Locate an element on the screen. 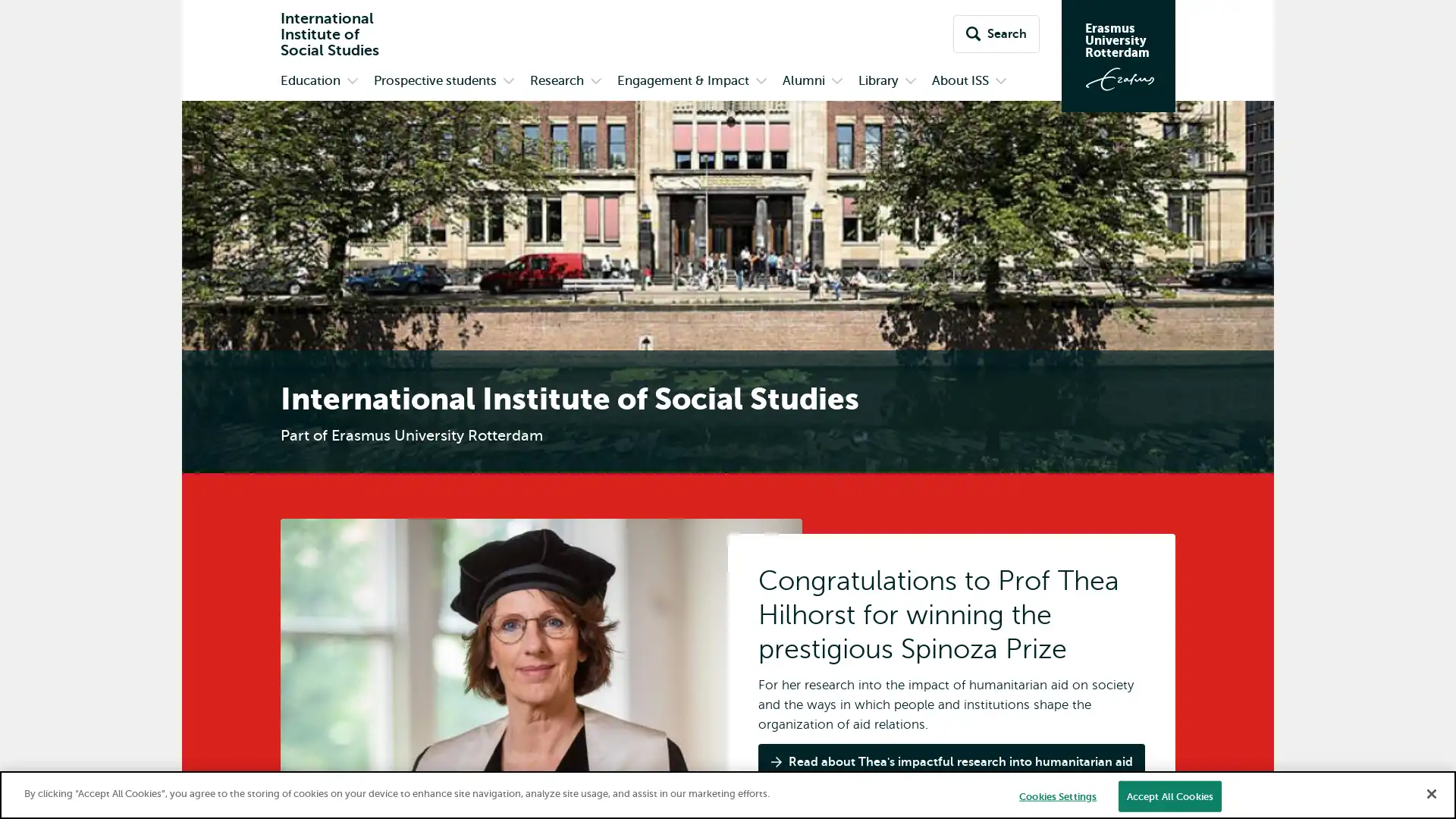  Open submenu is located at coordinates (1001, 82).